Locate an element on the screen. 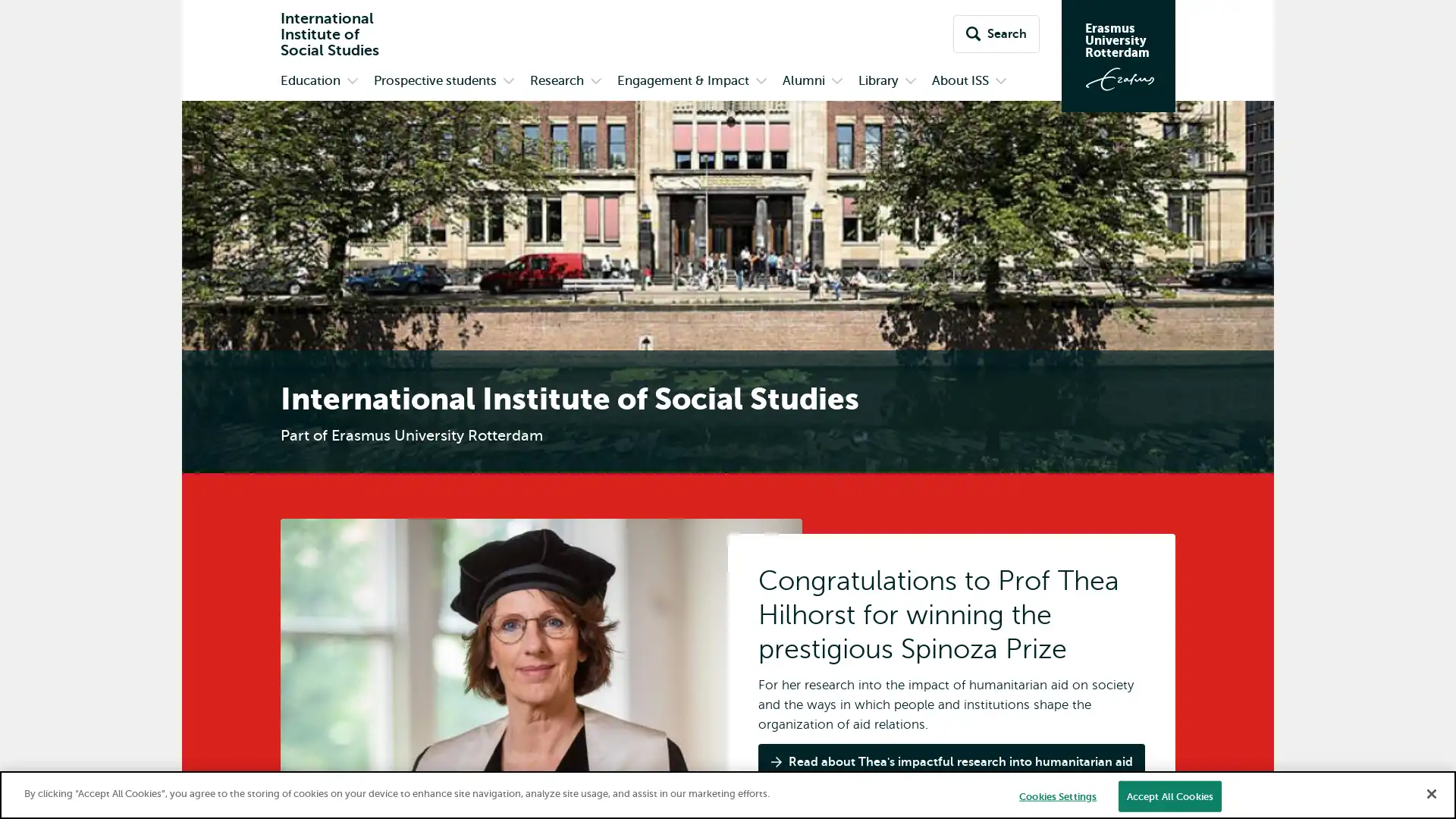  Open submenu is located at coordinates (1001, 82).